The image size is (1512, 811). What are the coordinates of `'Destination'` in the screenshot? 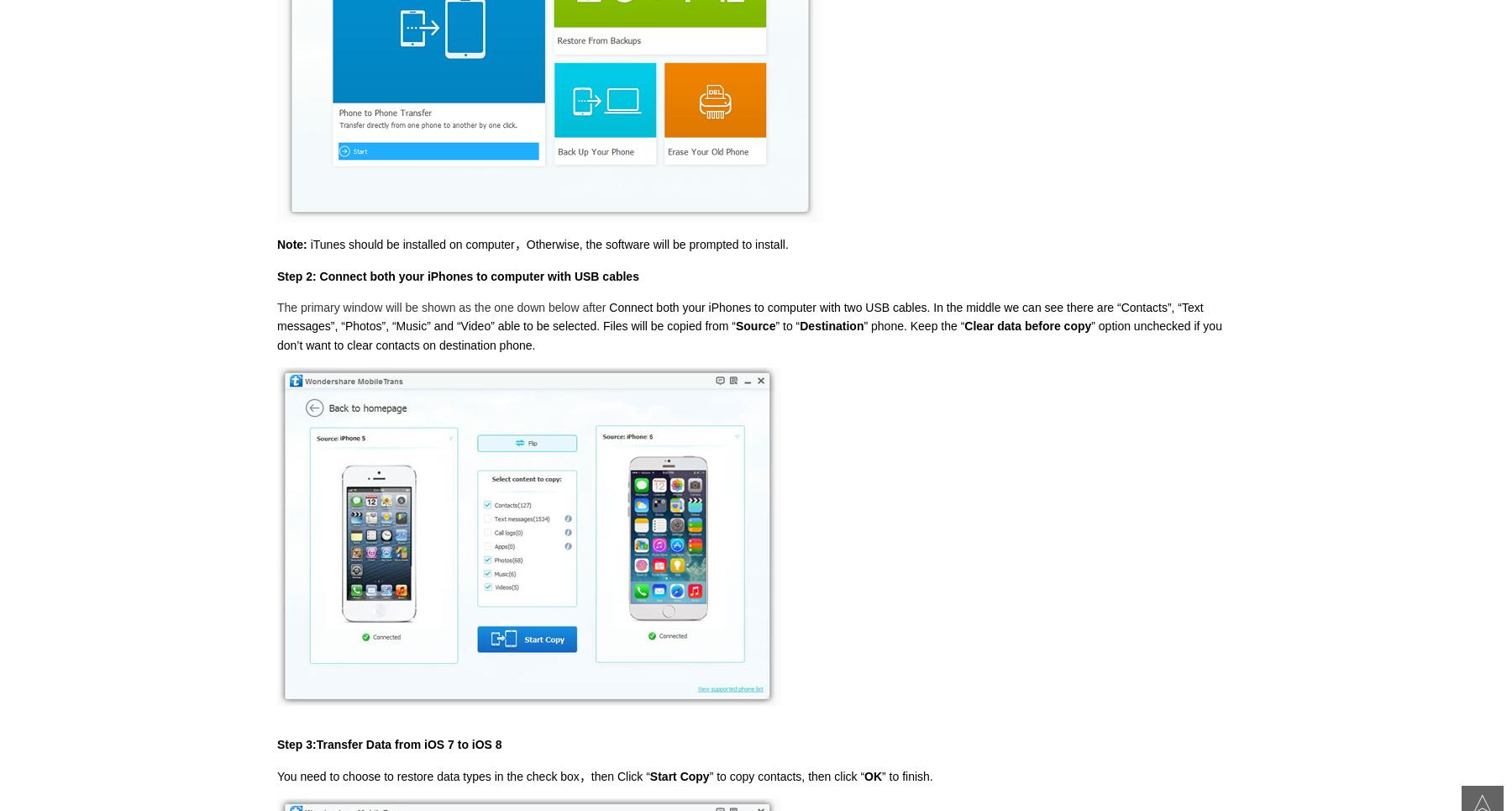 It's located at (831, 325).